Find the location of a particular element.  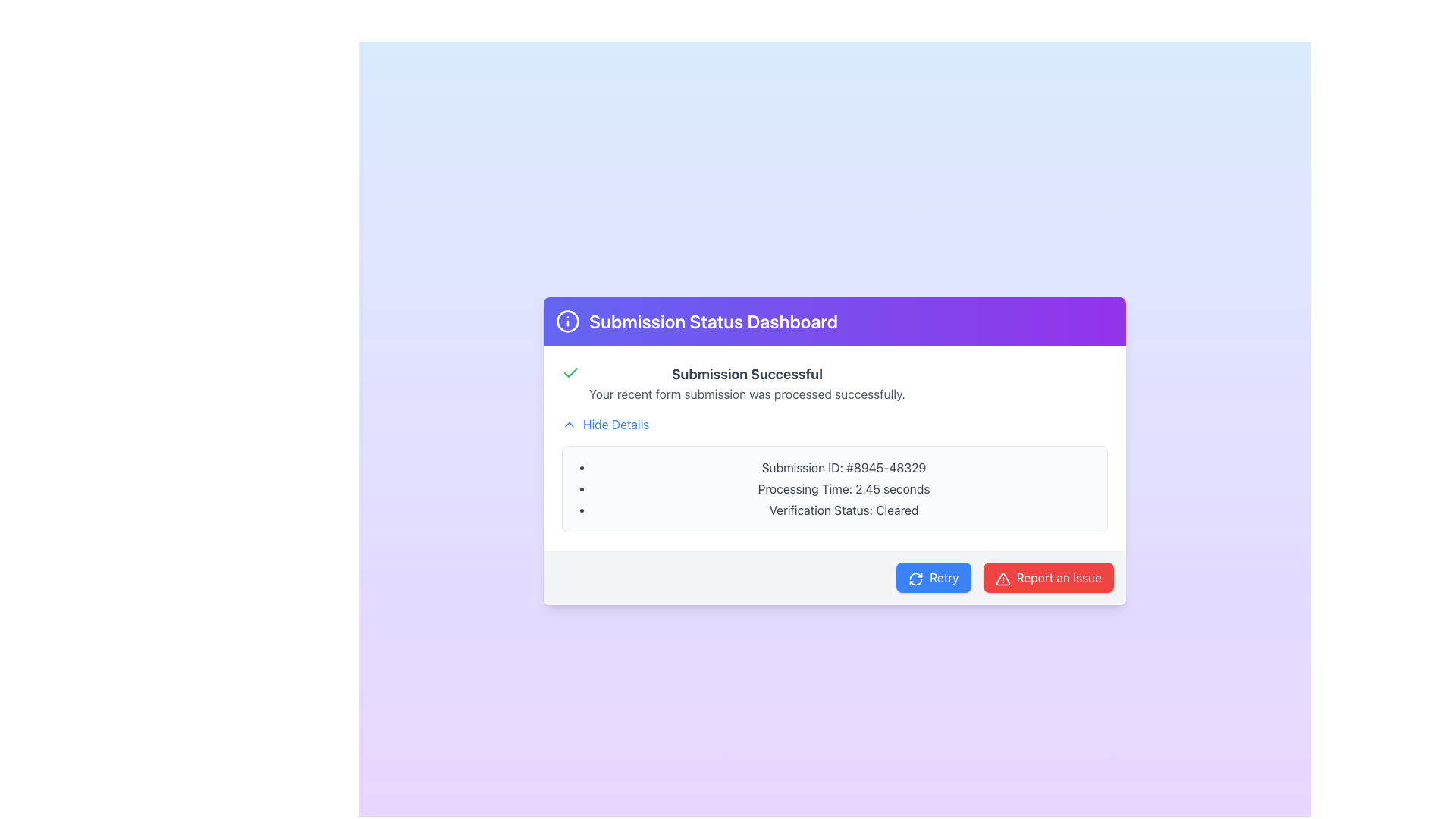

the static text element displaying 'Submission ID: #8945-48329', which is the first item in a bulleted list under the title 'Submission Successful' is located at coordinates (843, 467).